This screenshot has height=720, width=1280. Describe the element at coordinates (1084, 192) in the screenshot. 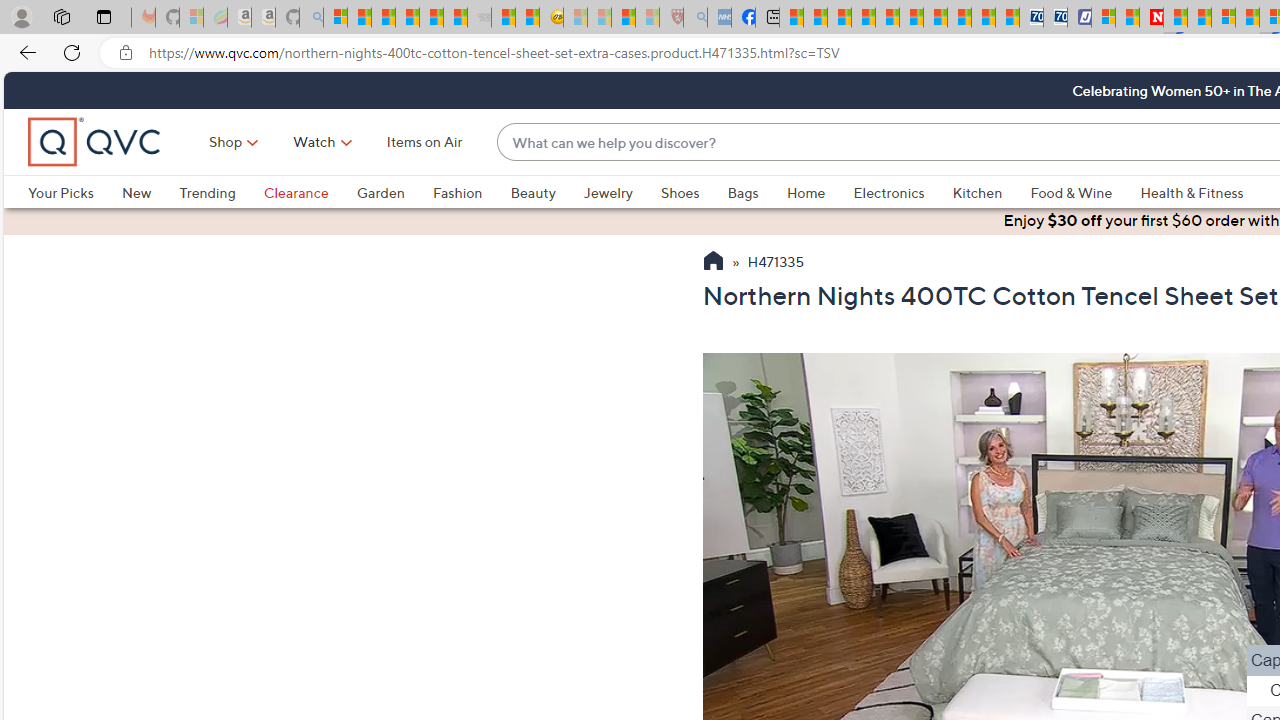

I see `'Food & Wine'` at that location.